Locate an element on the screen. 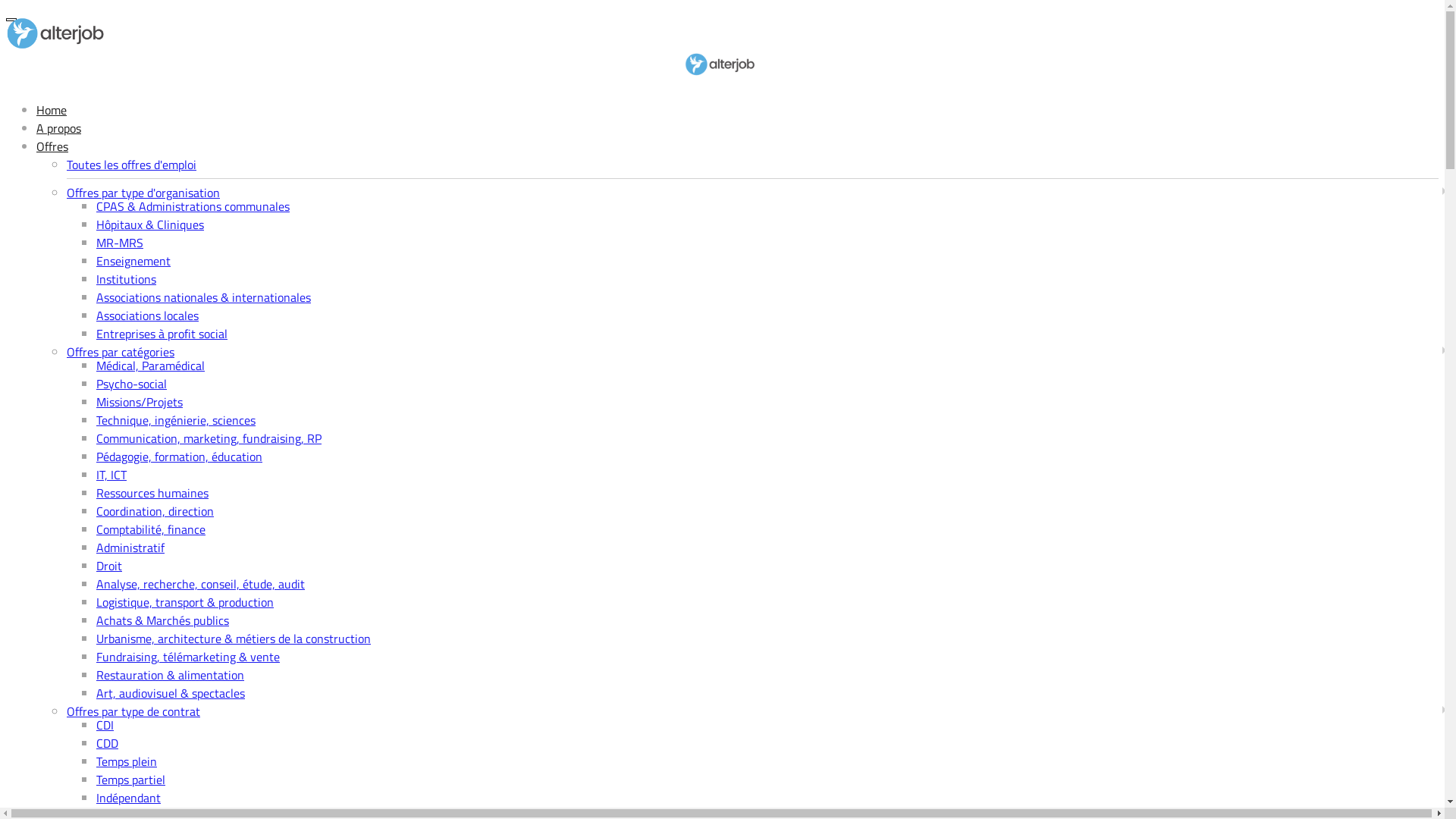 This screenshot has height=819, width=1456. 'Art, audiovisuel & spectacles' is located at coordinates (95, 693).